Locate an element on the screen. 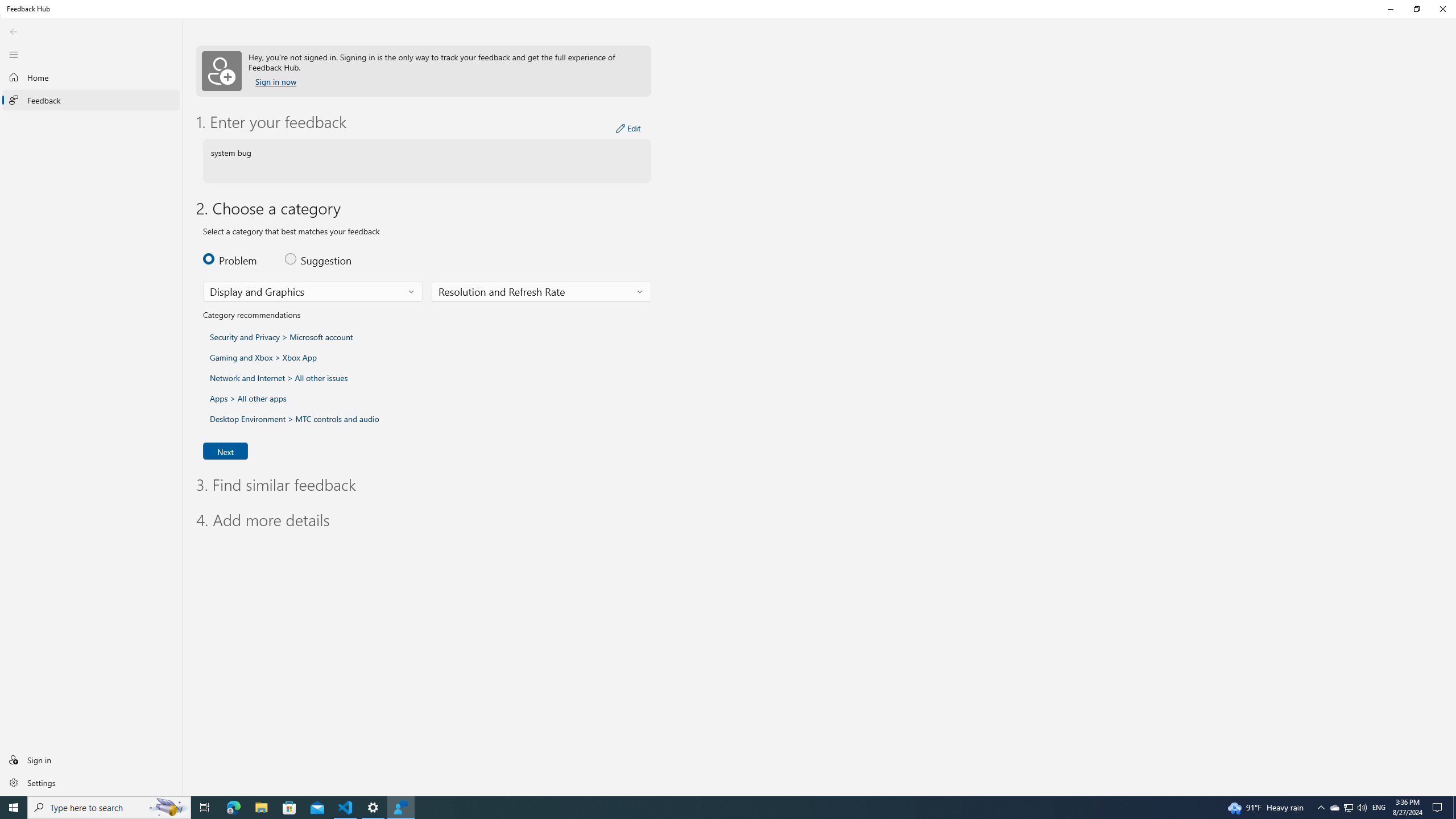 This screenshot has width=1456, height=819. 'Feedback type, Suggestion' is located at coordinates (318, 259).